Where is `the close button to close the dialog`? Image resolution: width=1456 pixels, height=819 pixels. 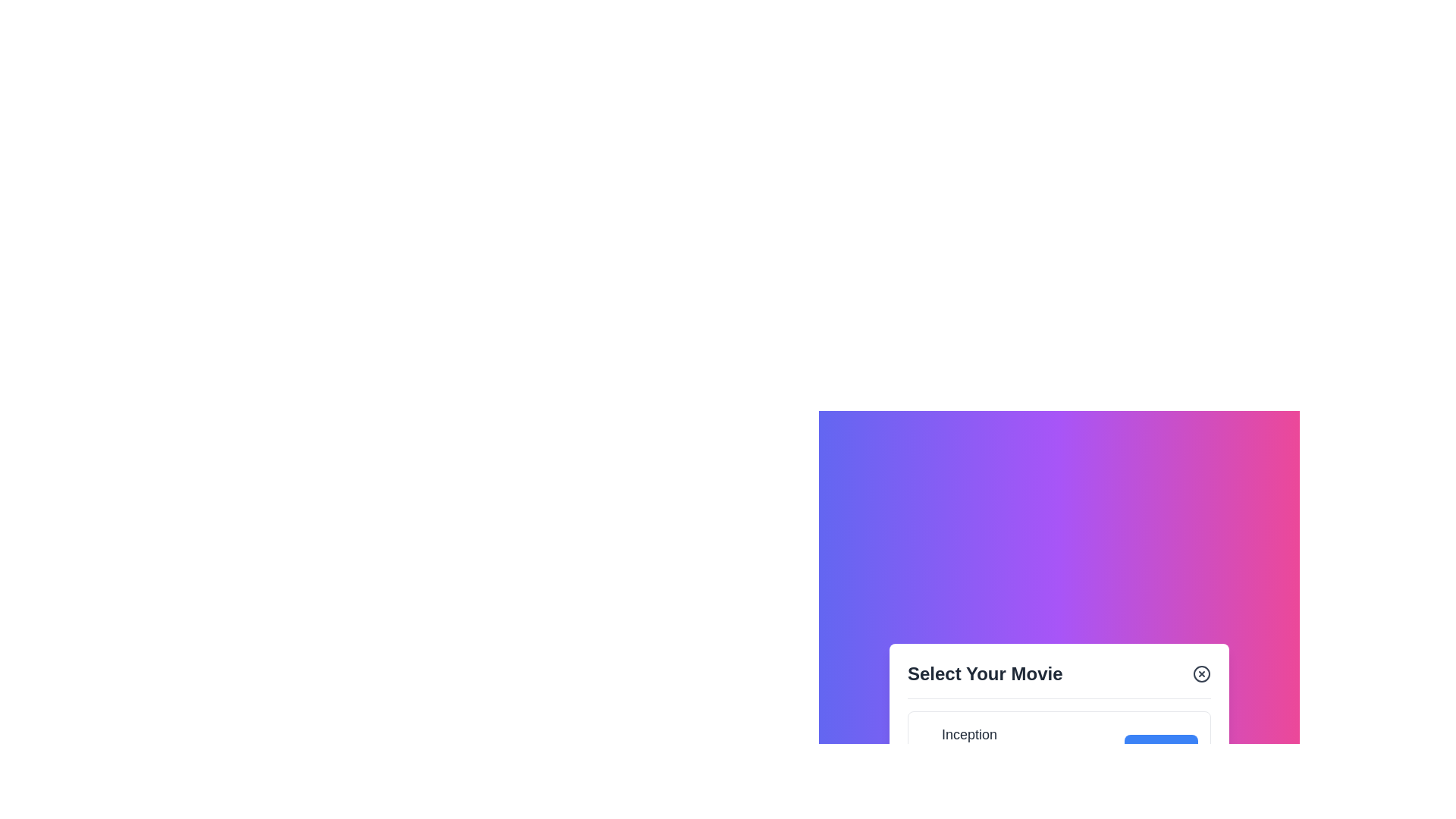 the close button to close the dialog is located at coordinates (1200, 673).